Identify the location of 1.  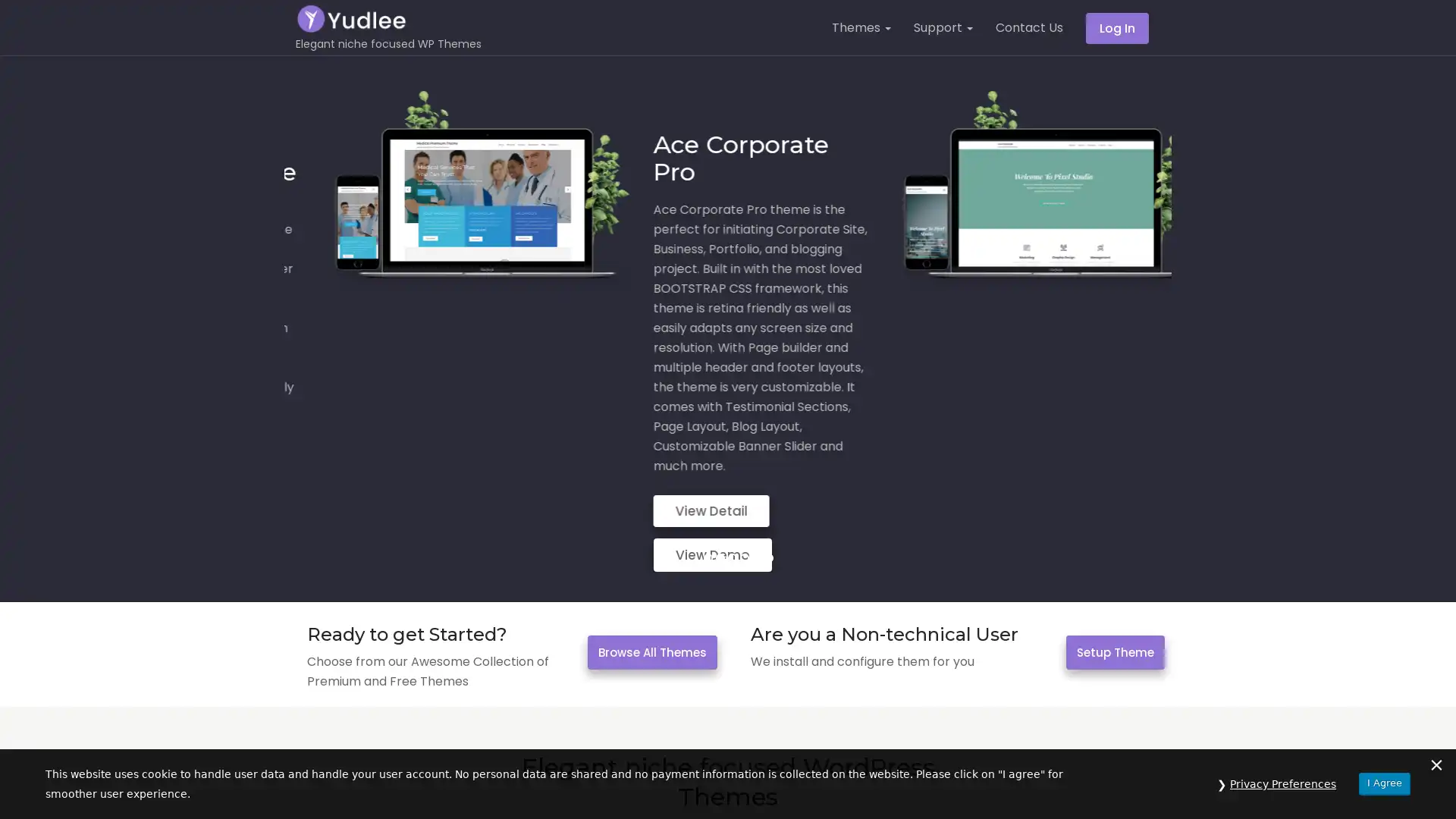
(706, 451).